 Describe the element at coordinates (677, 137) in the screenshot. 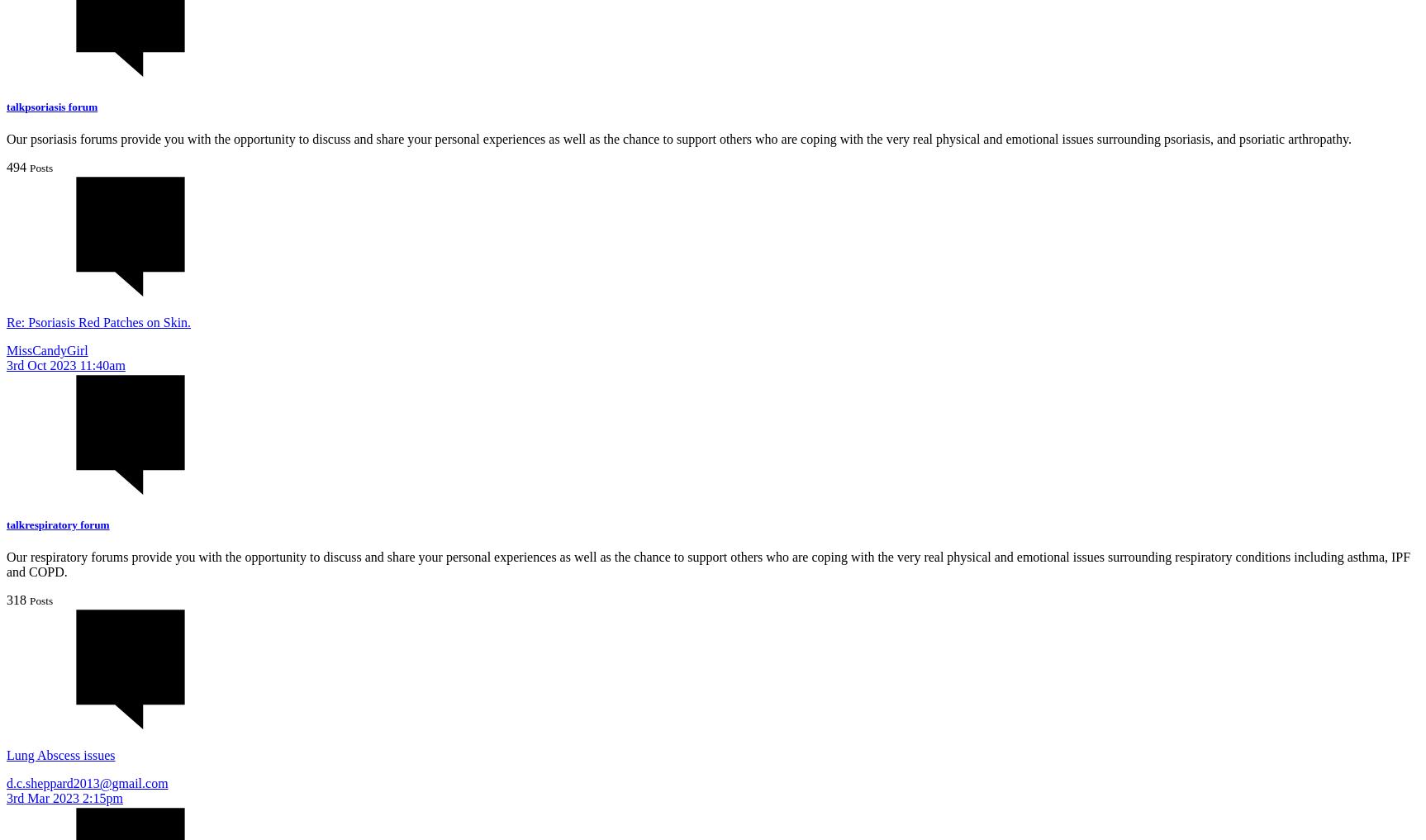

I see `'Our psoriasis forums provide you with the opportunity to discuss and share your personal experiences as well as the chance to support others who are coping with the very real physical and emotional issues surrounding psoriasis, and psoriatic arthropathy.'` at that location.